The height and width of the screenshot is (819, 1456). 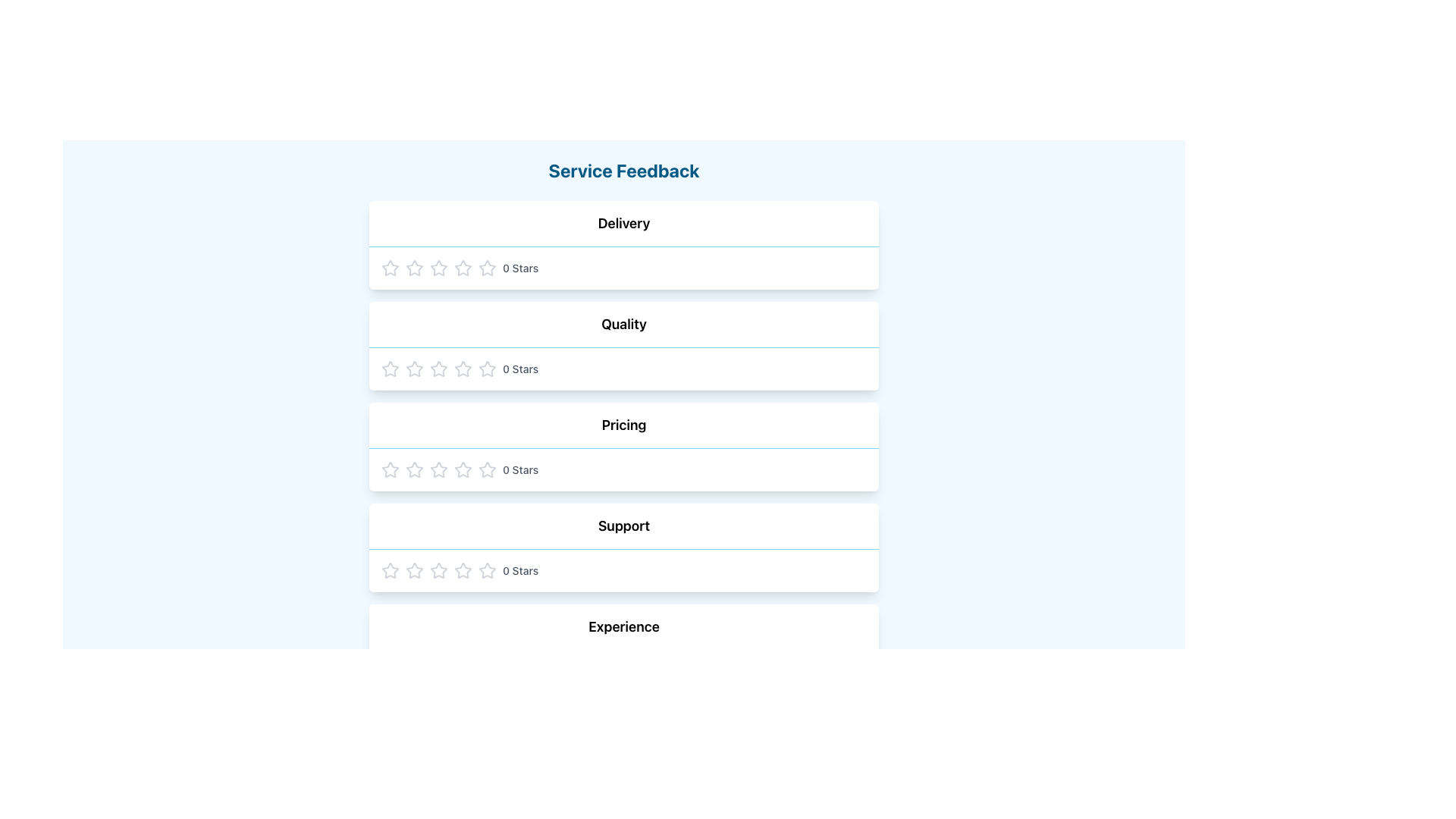 What do you see at coordinates (415, 469) in the screenshot?
I see `the second star-shaped rating icon in the Pricing category, which is part of a row of five stars` at bounding box center [415, 469].